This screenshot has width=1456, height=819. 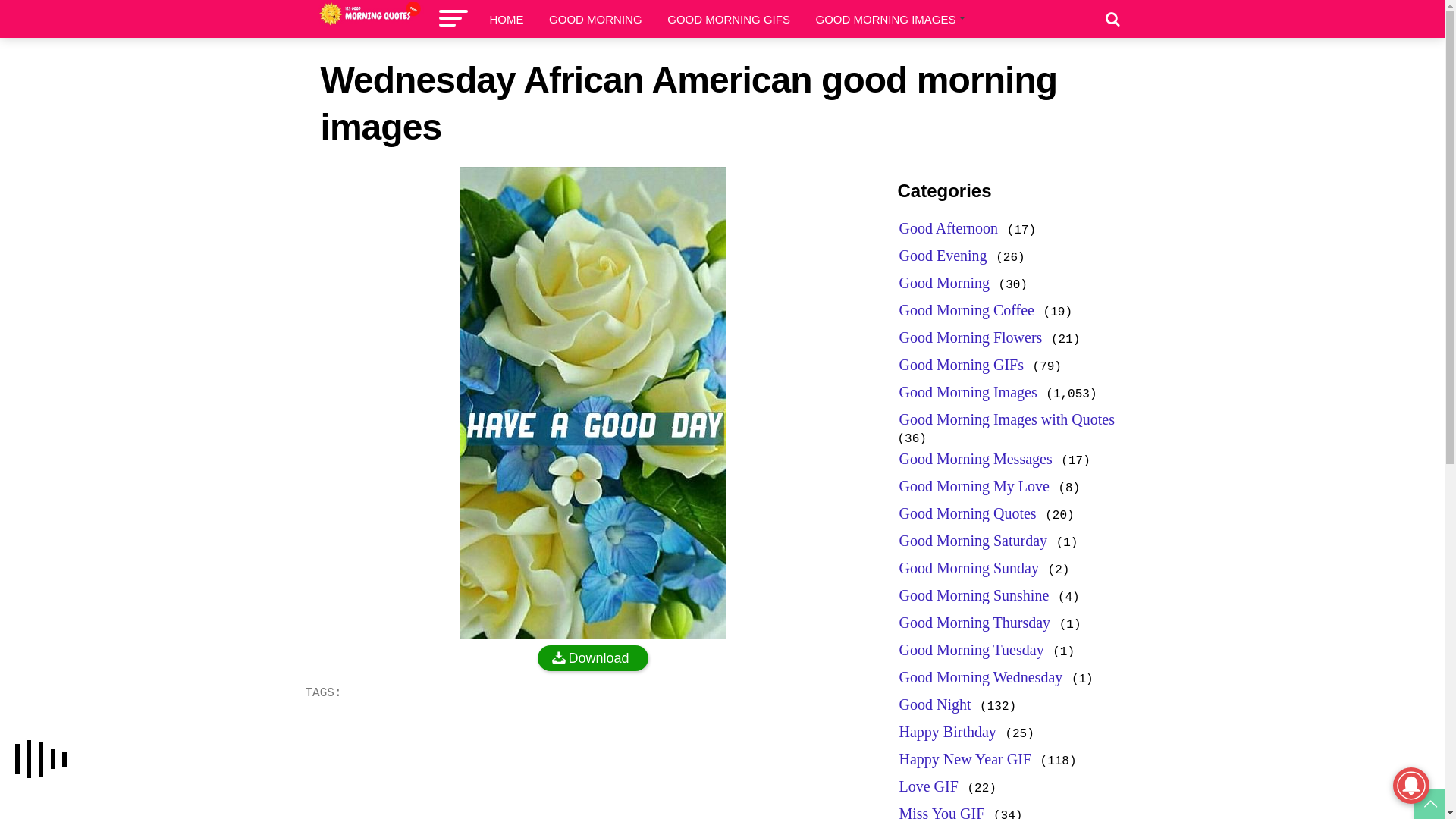 I want to click on 'Good Morning Flowers', so click(x=971, y=336).